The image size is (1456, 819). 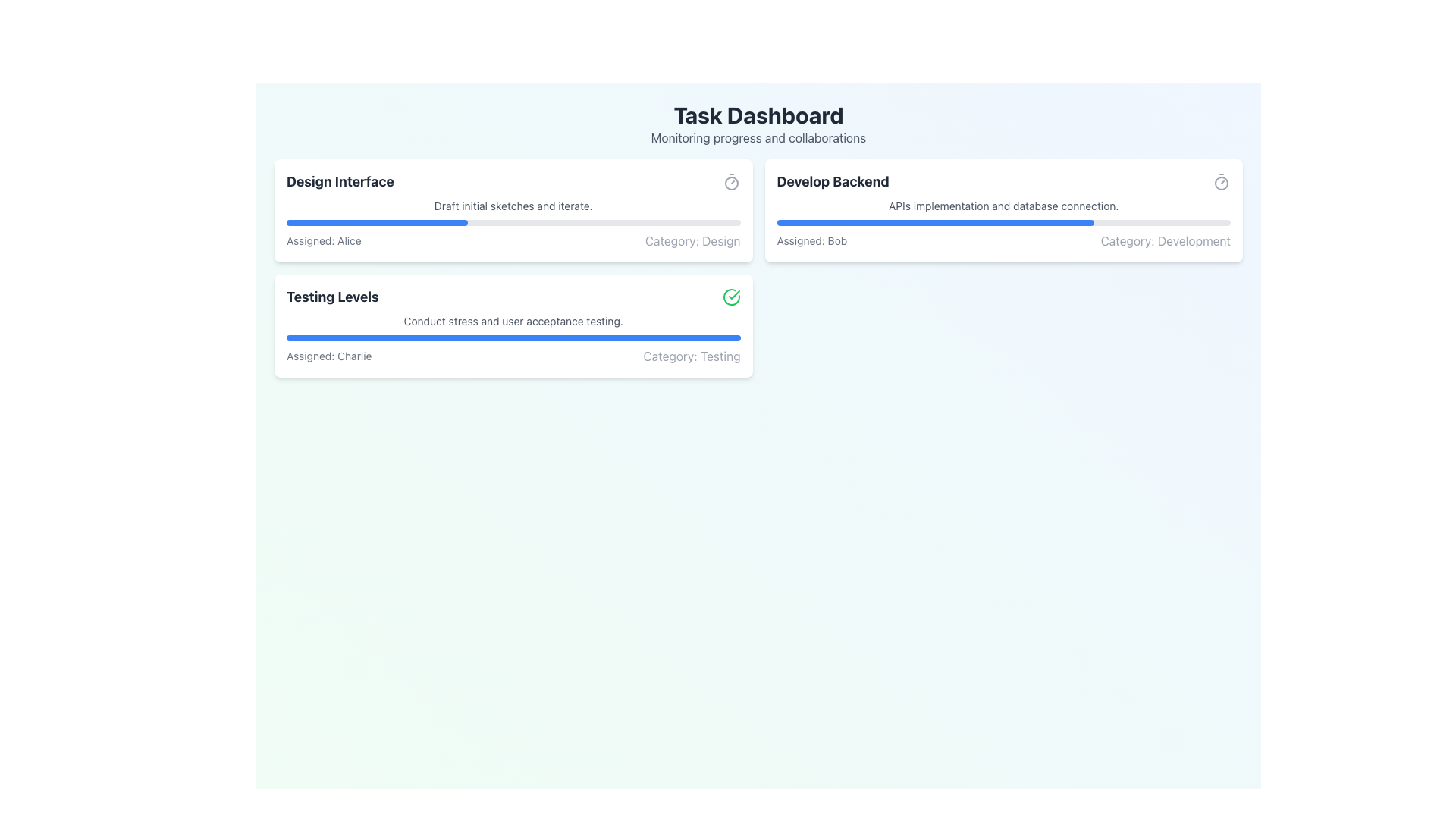 What do you see at coordinates (758, 137) in the screenshot?
I see `the static text element that reads 'Monitoring progress and collaborations', which is located directly below the 'Task Dashboard' header at the top-center of the interface` at bounding box center [758, 137].